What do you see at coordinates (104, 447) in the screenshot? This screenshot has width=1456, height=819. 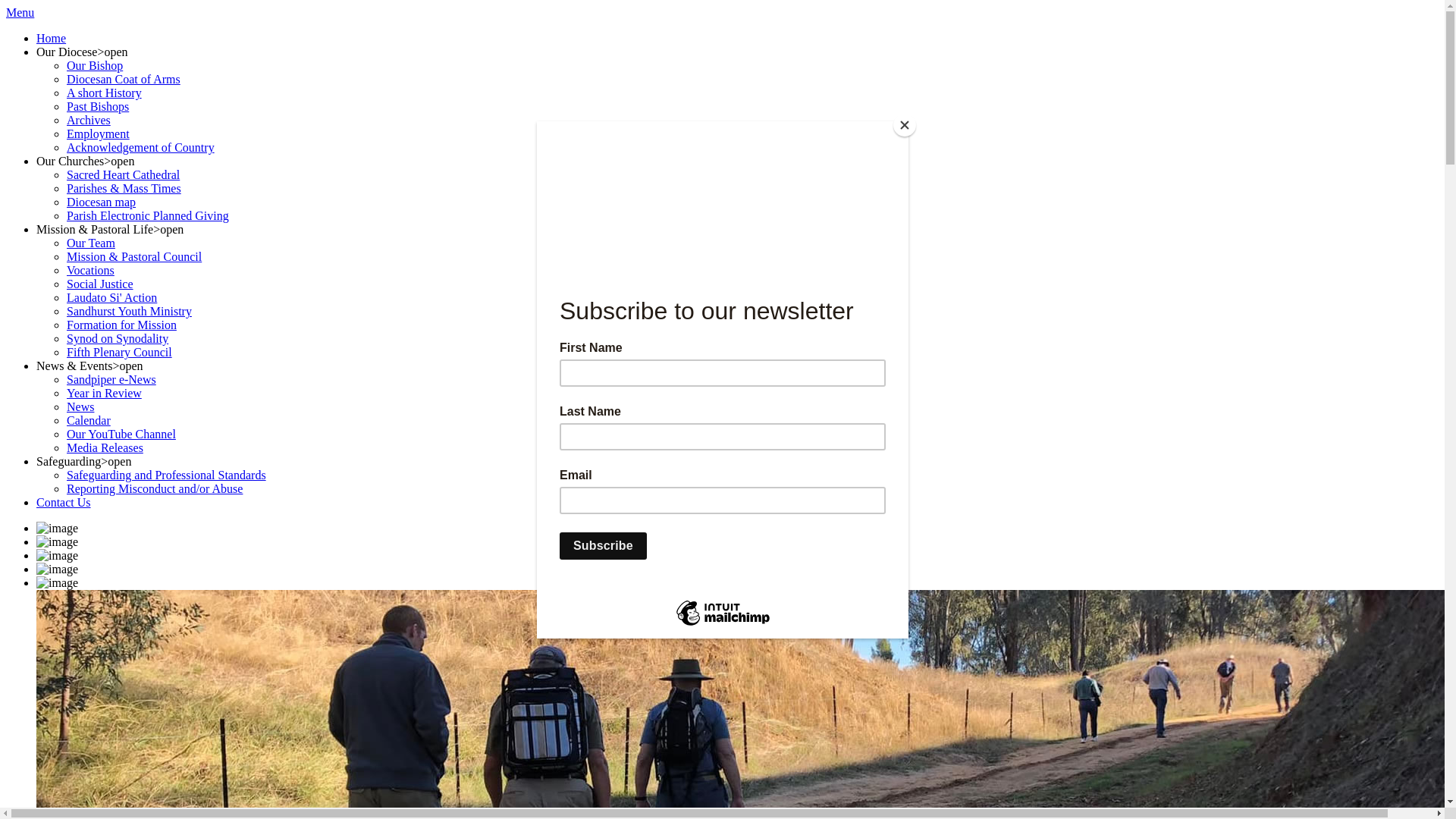 I see `'Media Releases'` at bounding box center [104, 447].